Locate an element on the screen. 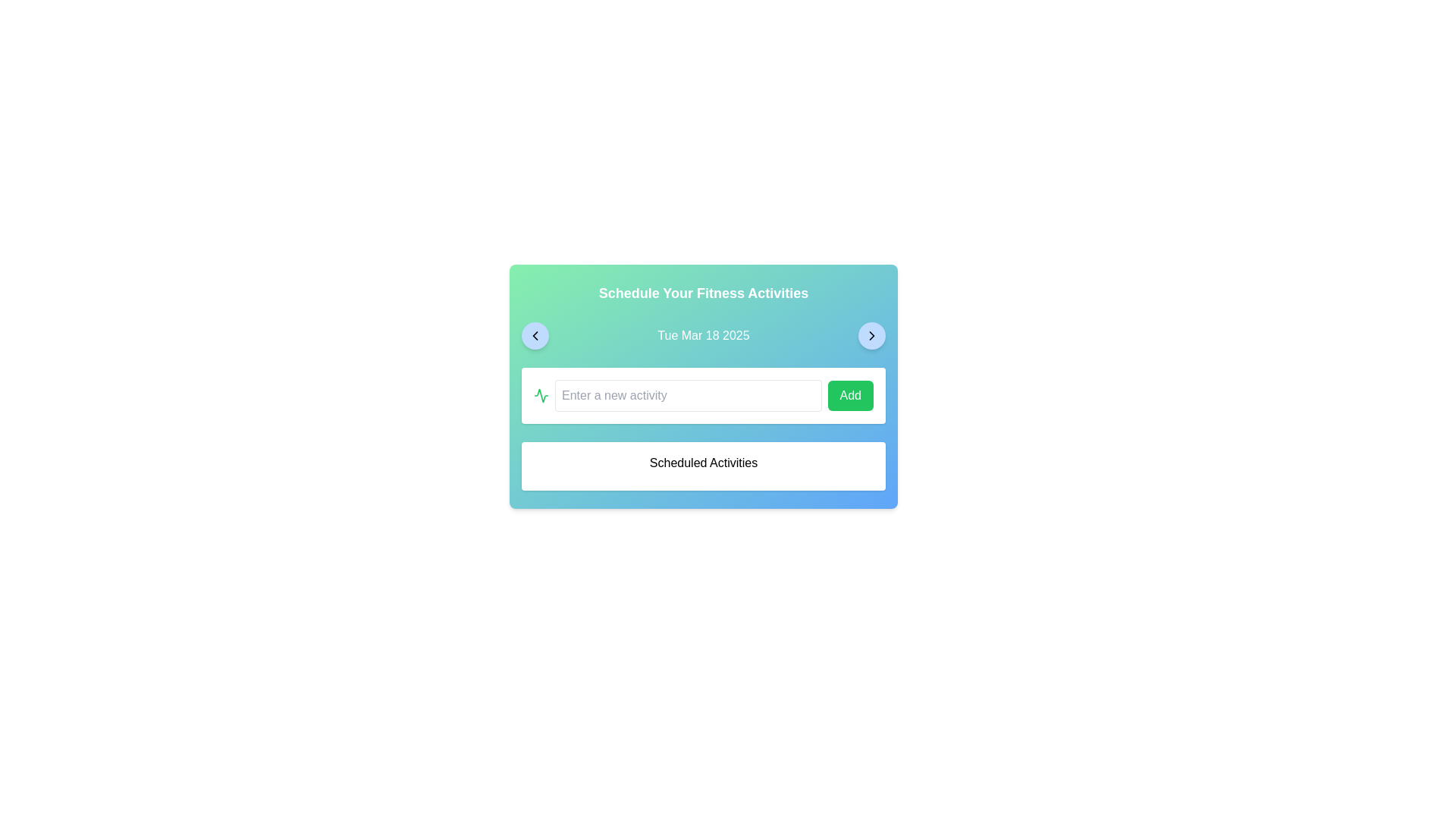 Image resolution: width=1456 pixels, height=819 pixels. the chevron icon located within the blue circular button at the top-right corner of the card interface is located at coordinates (872, 335).